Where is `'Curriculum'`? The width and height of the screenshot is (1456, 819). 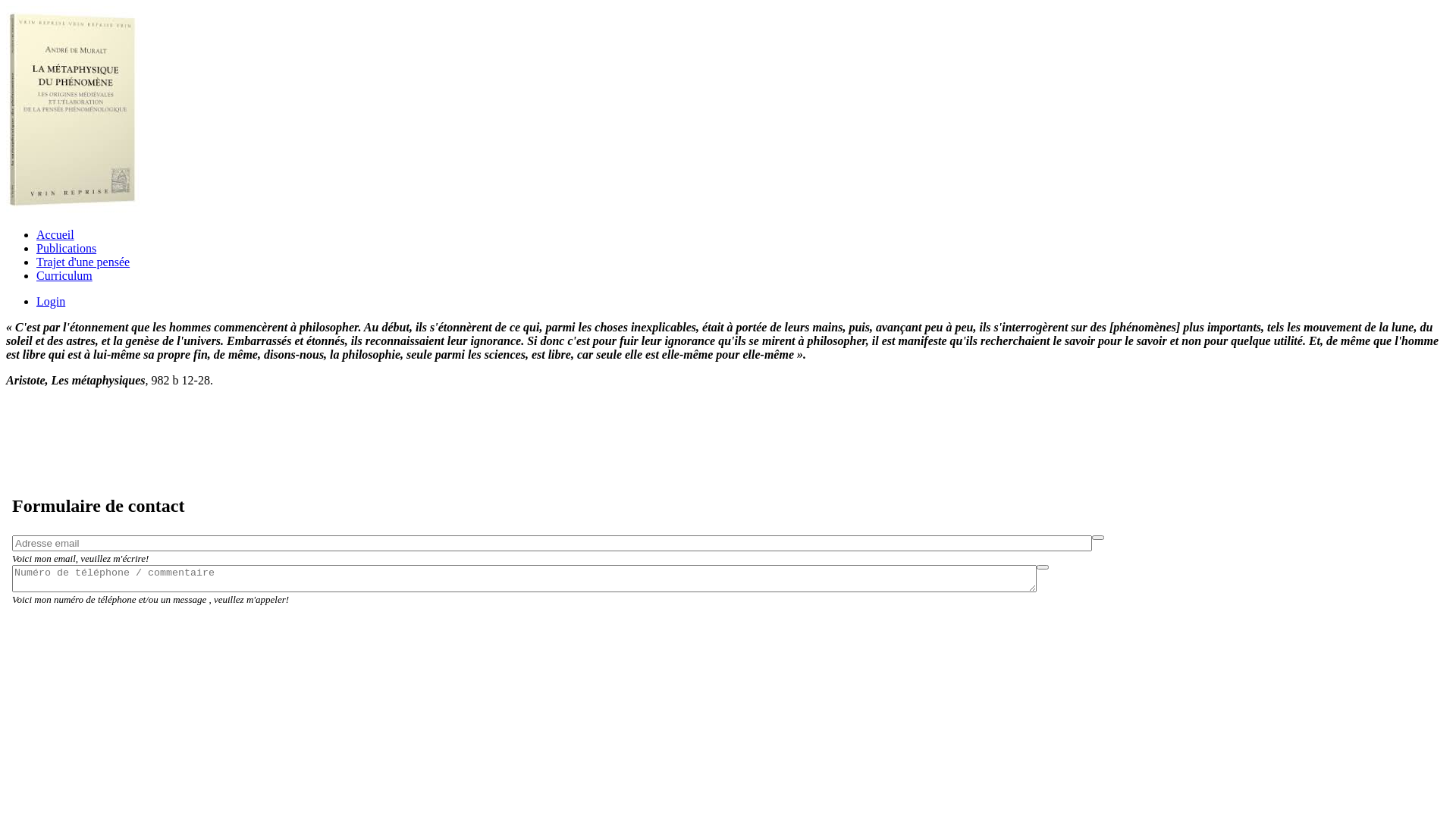
'Curriculum' is located at coordinates (64, 275).